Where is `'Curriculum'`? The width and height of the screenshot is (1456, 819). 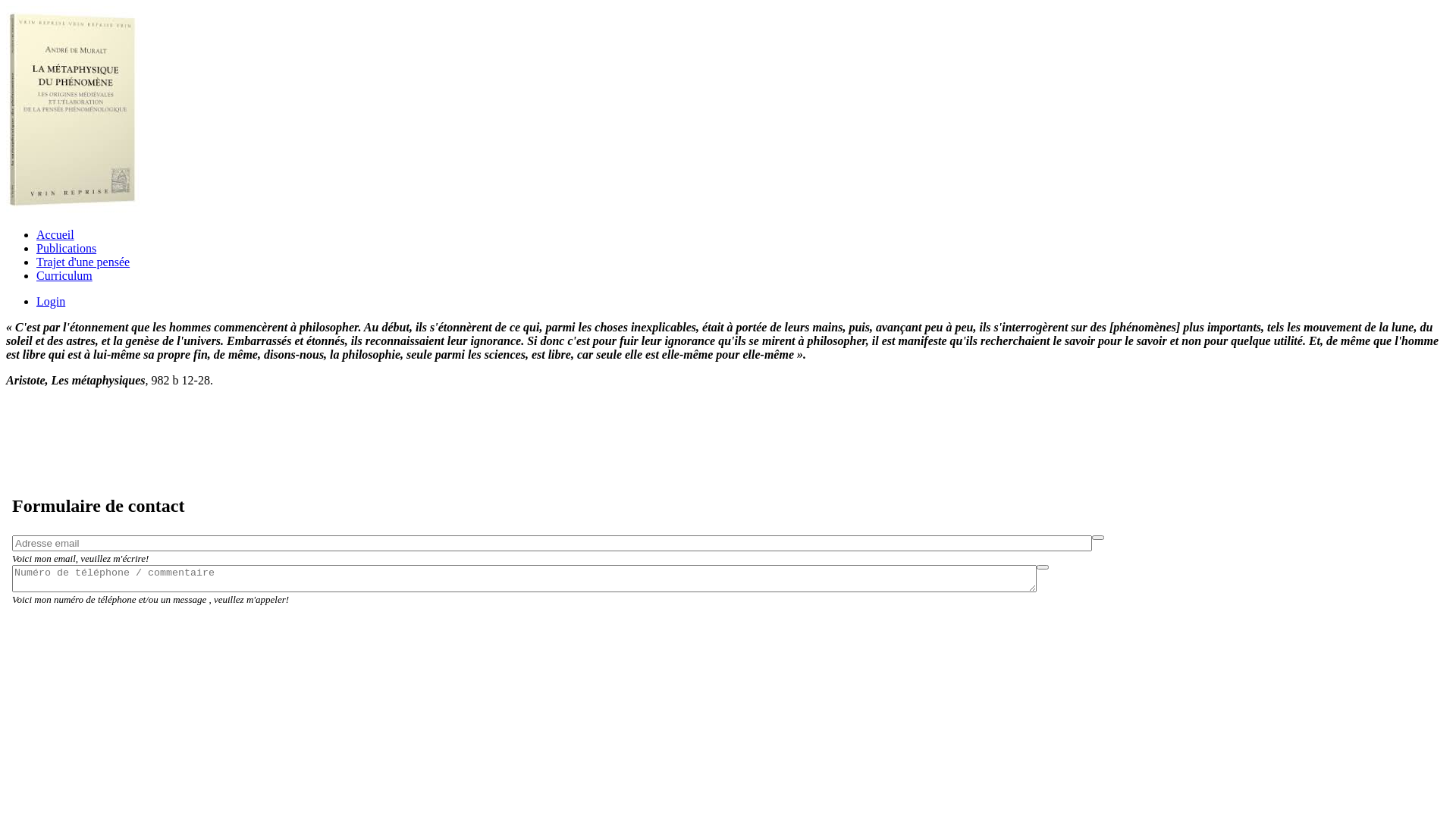
'Curriculum' is located at coordinates (64, 275).